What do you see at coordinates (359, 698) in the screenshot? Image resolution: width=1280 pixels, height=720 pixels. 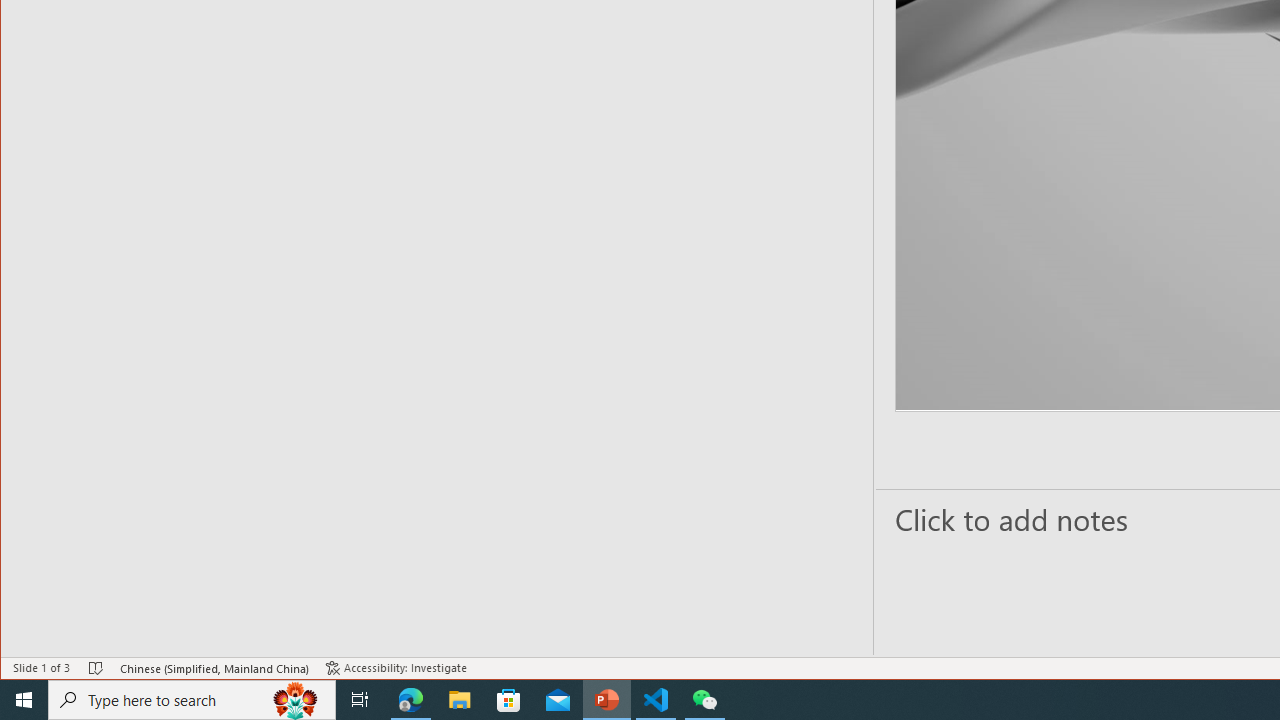 I see `'Task View'` at bounding box center [359, 698].